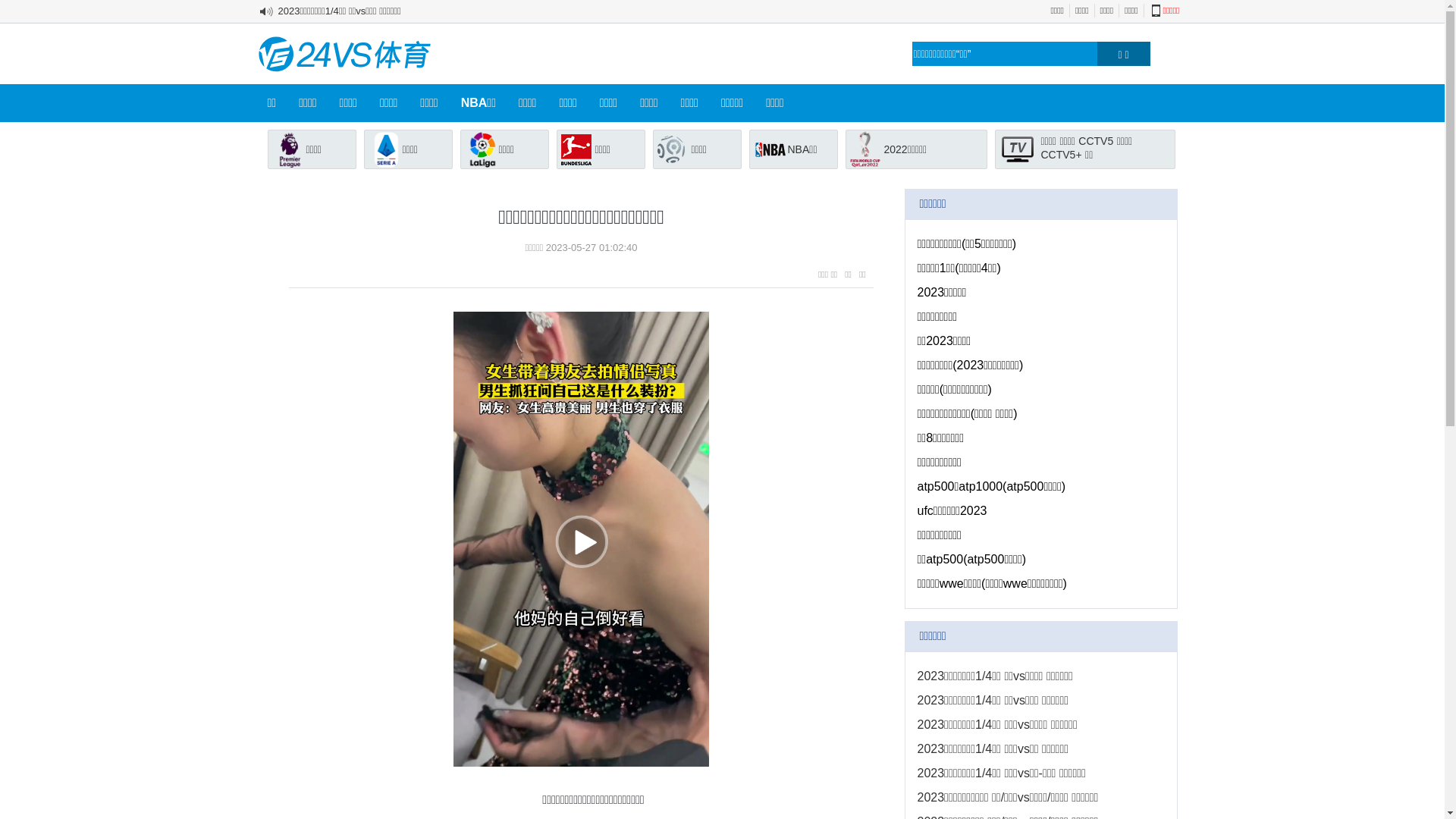 The height and width of the screenshot is (819, 1456). What do you see at coordinates (1059, 155) in the screenshot?
I see `'CCTV5+'` at bounding box center [1059, 155].